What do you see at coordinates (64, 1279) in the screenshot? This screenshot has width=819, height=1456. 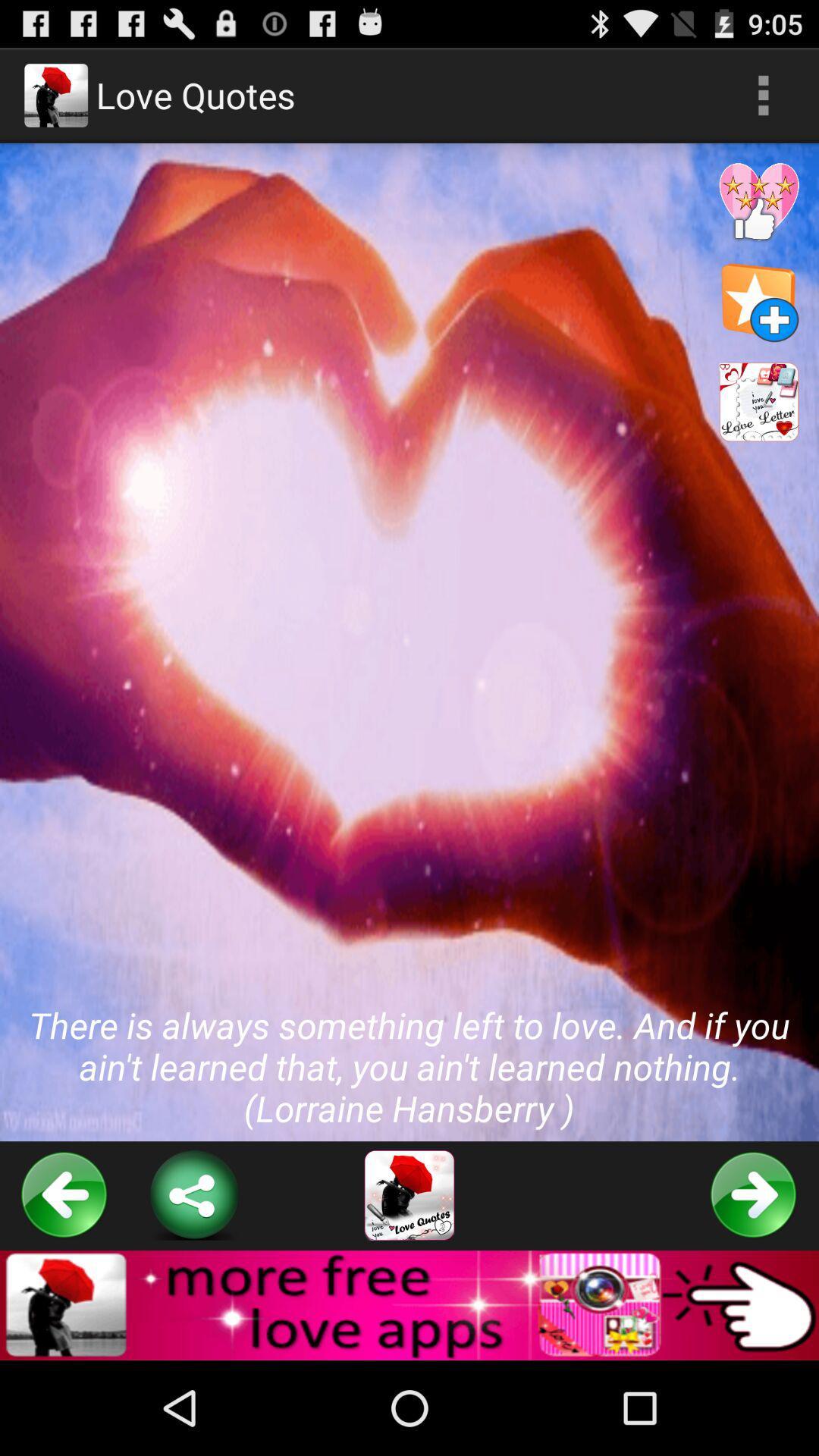 I see `the arrow_backward icon` at bounding box center [64, 1279].